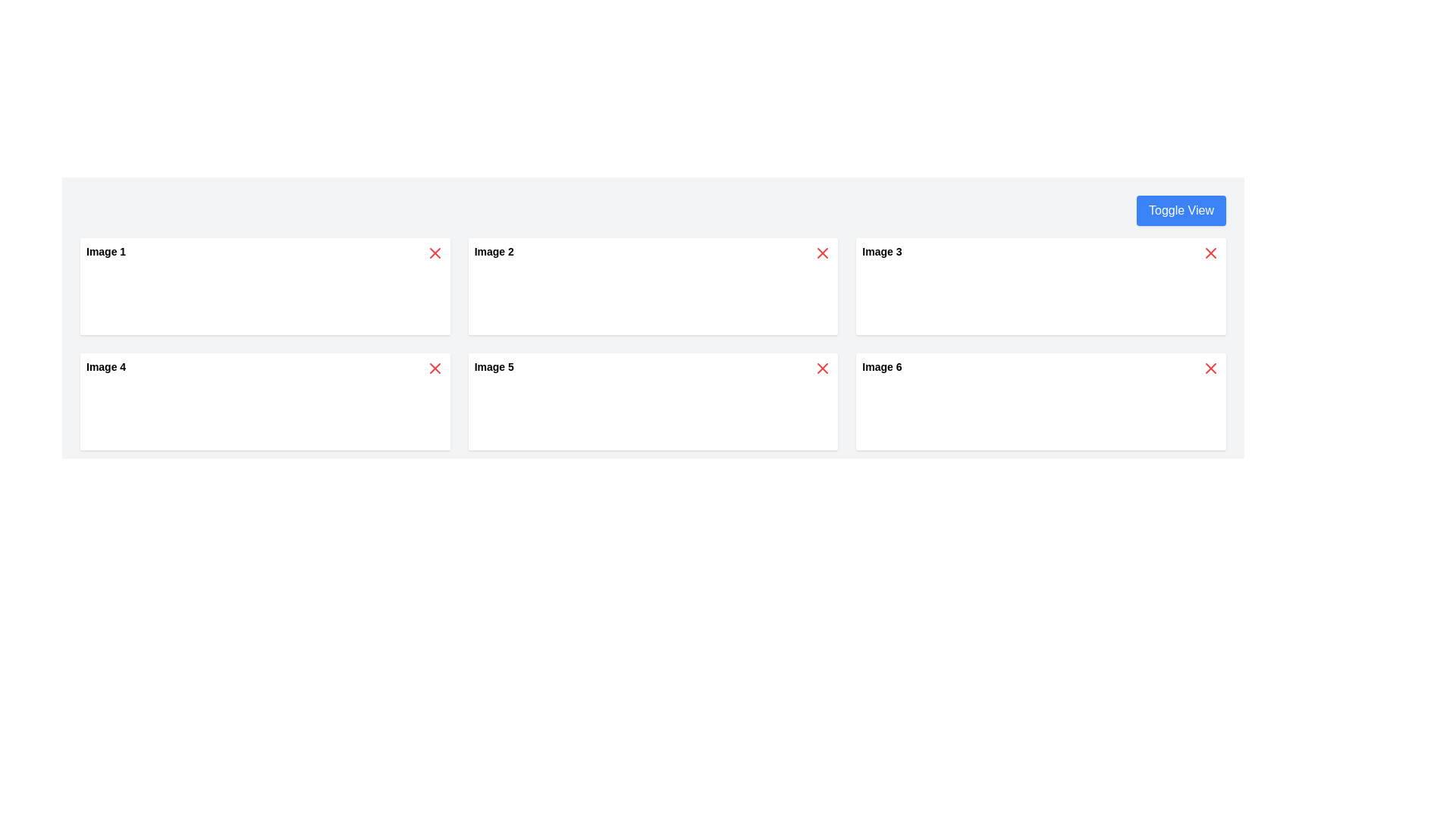  Describe the element at coordinates (882, 366) in the screenshot. I see `the static text label located in the top-left corner of the sixth box in the grid layout, which is positioned in the second row and third column` at that location.